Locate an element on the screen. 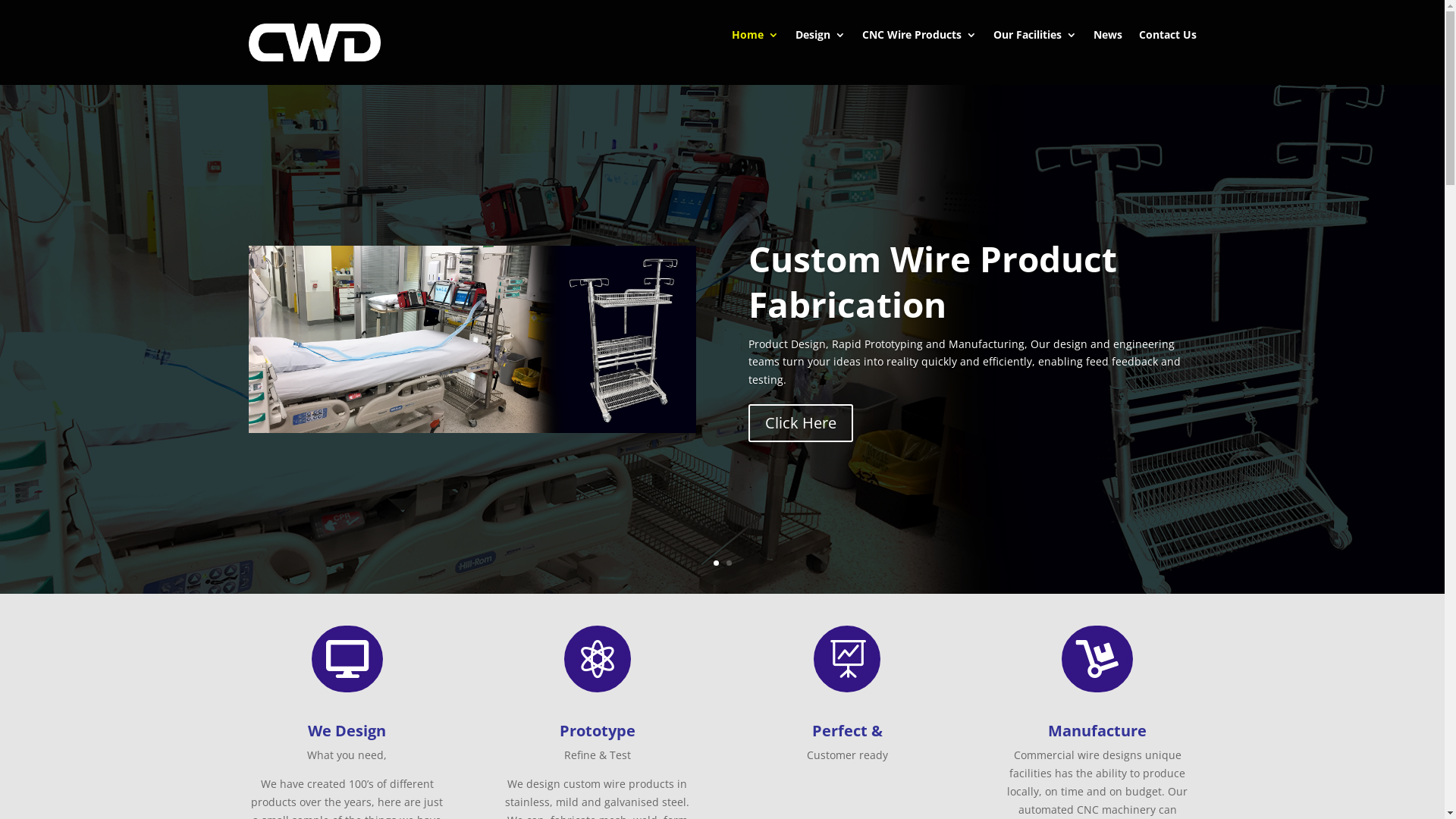  'Home' is located at coordinates (731, 37).